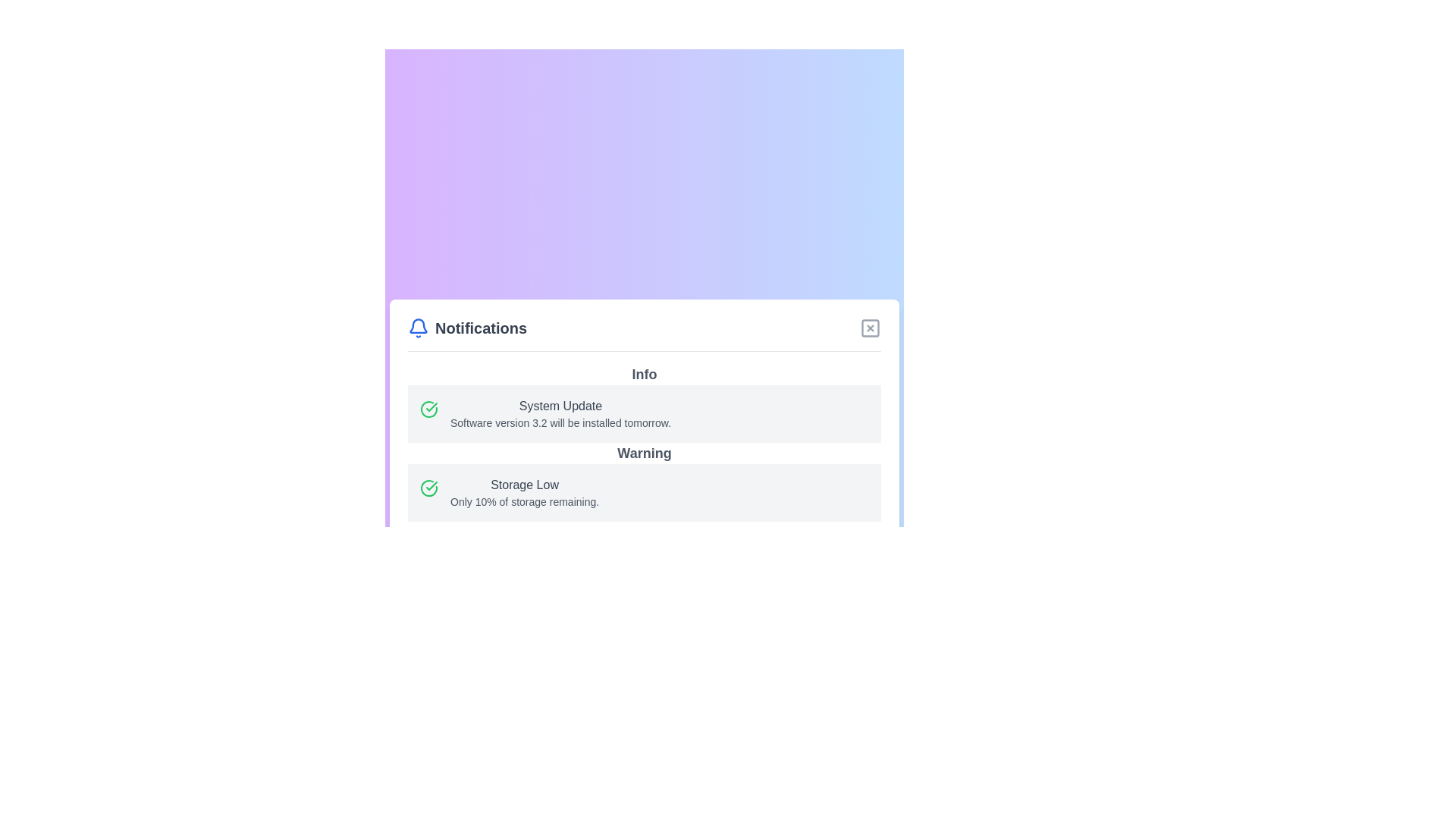 Image resolution: width=1456 pixels, height=819 pixels. What do you see at coordinates (644, 452) in the screenshot?
I see `the 'Warning' text label in the notification panel, which serves as a heading indicating a warning-related section` at bounding box center [644, 452].